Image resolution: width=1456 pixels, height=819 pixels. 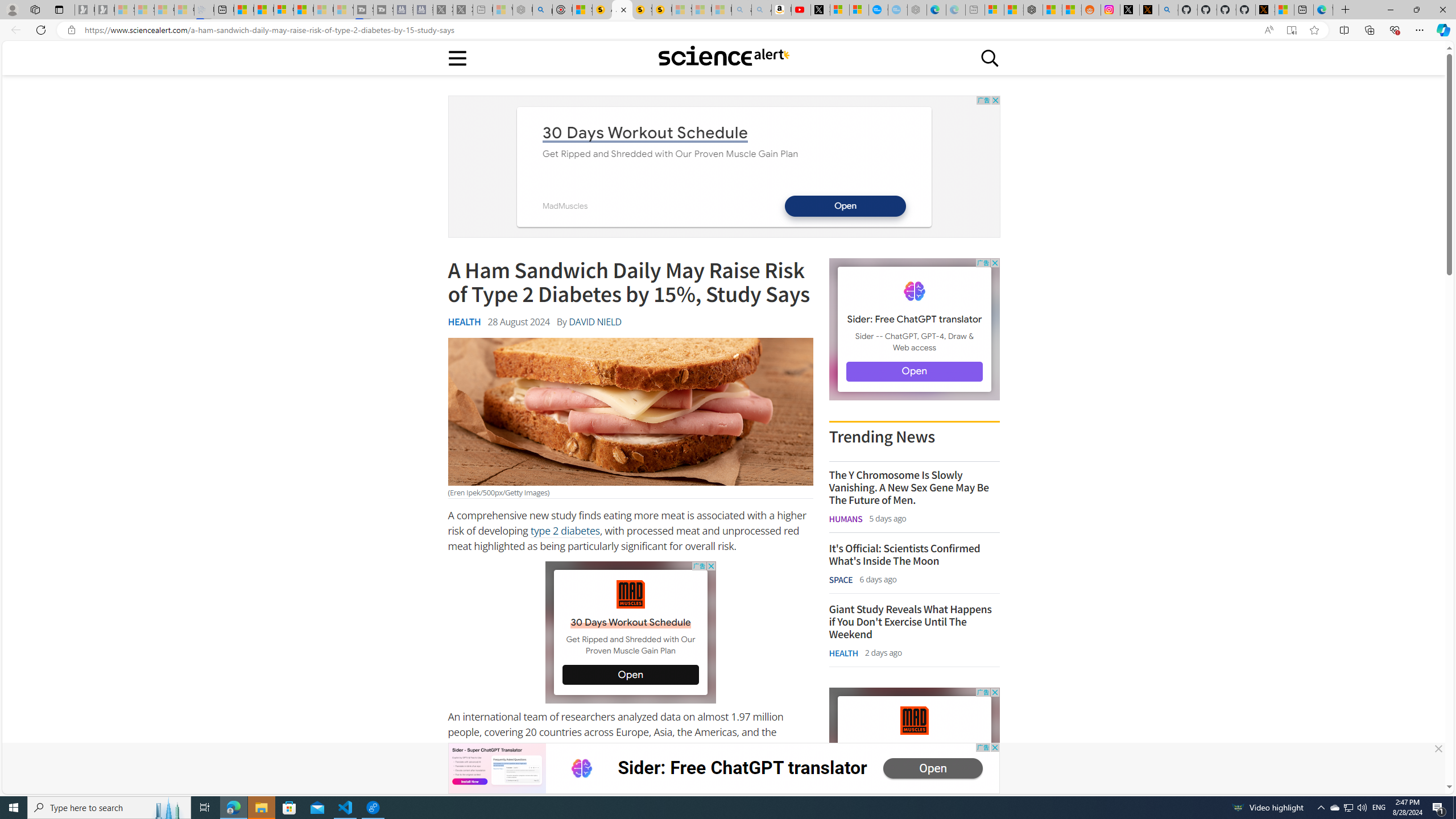 I want to click on 'Log in to X / X', so click(x=1129, y=9).